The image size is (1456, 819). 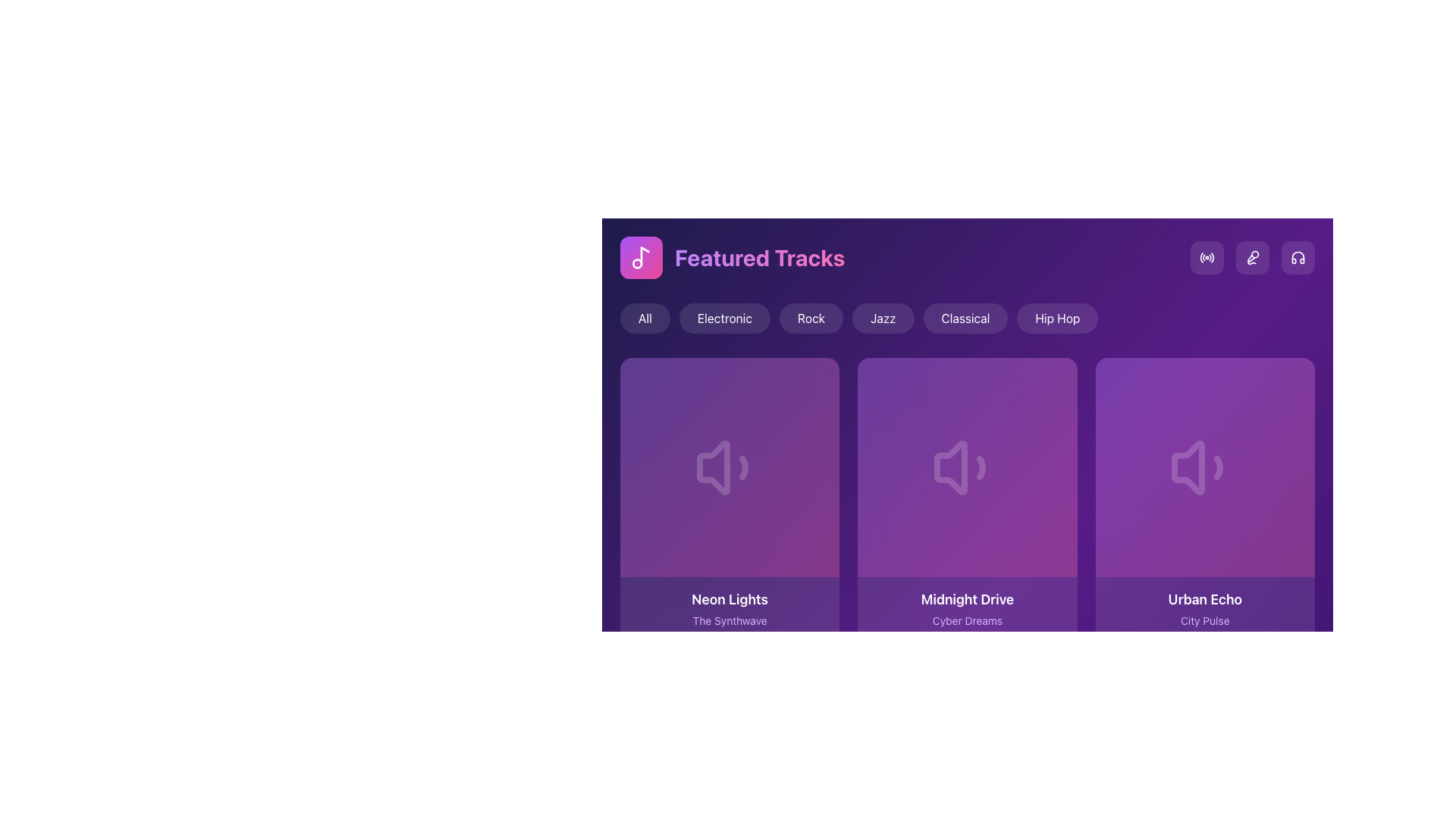 What do you see at coordinates (1298, 256) in the screenshot?
I see `the headphones icon button located at the top-right corner of the interface` at bounding box center [1298, 256].